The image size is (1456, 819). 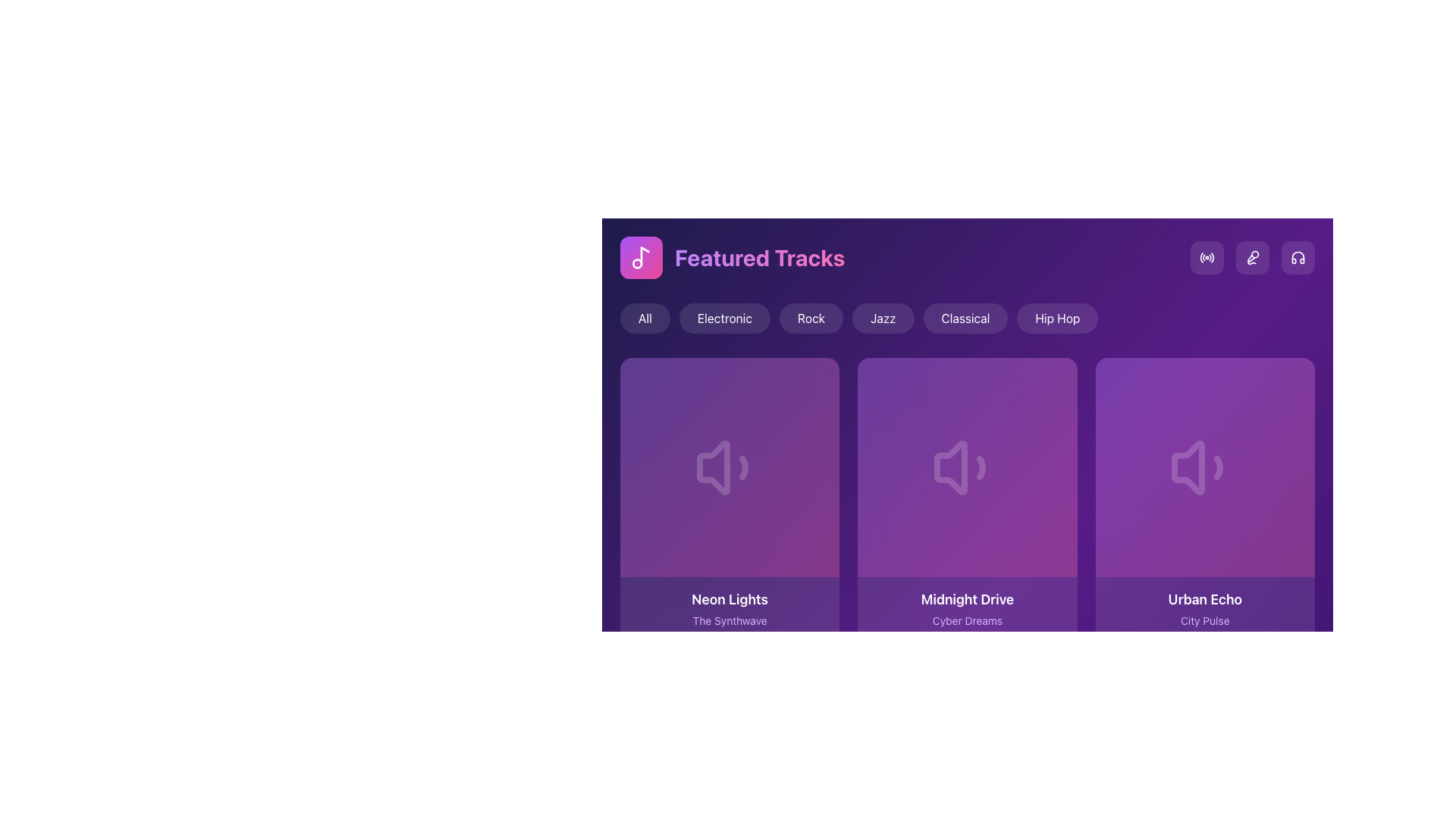 What do you see at coordinates (1298, 256) in the screenshot?
I see `the headphones icon button located at the top-right corner of the interface` at bounding box center [1298, 256].